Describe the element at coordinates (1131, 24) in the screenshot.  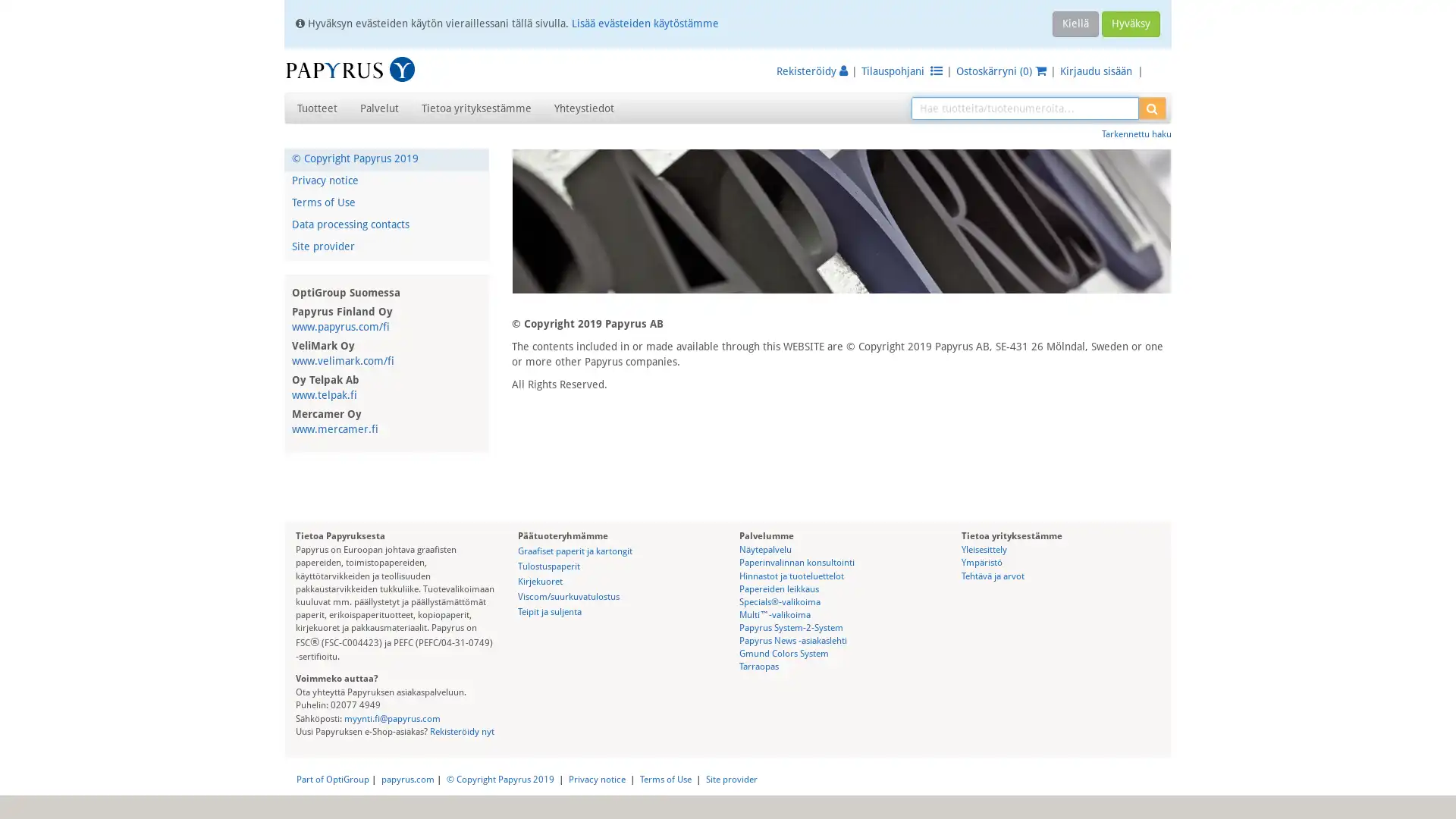
I see `Hyvaksy` at that location.